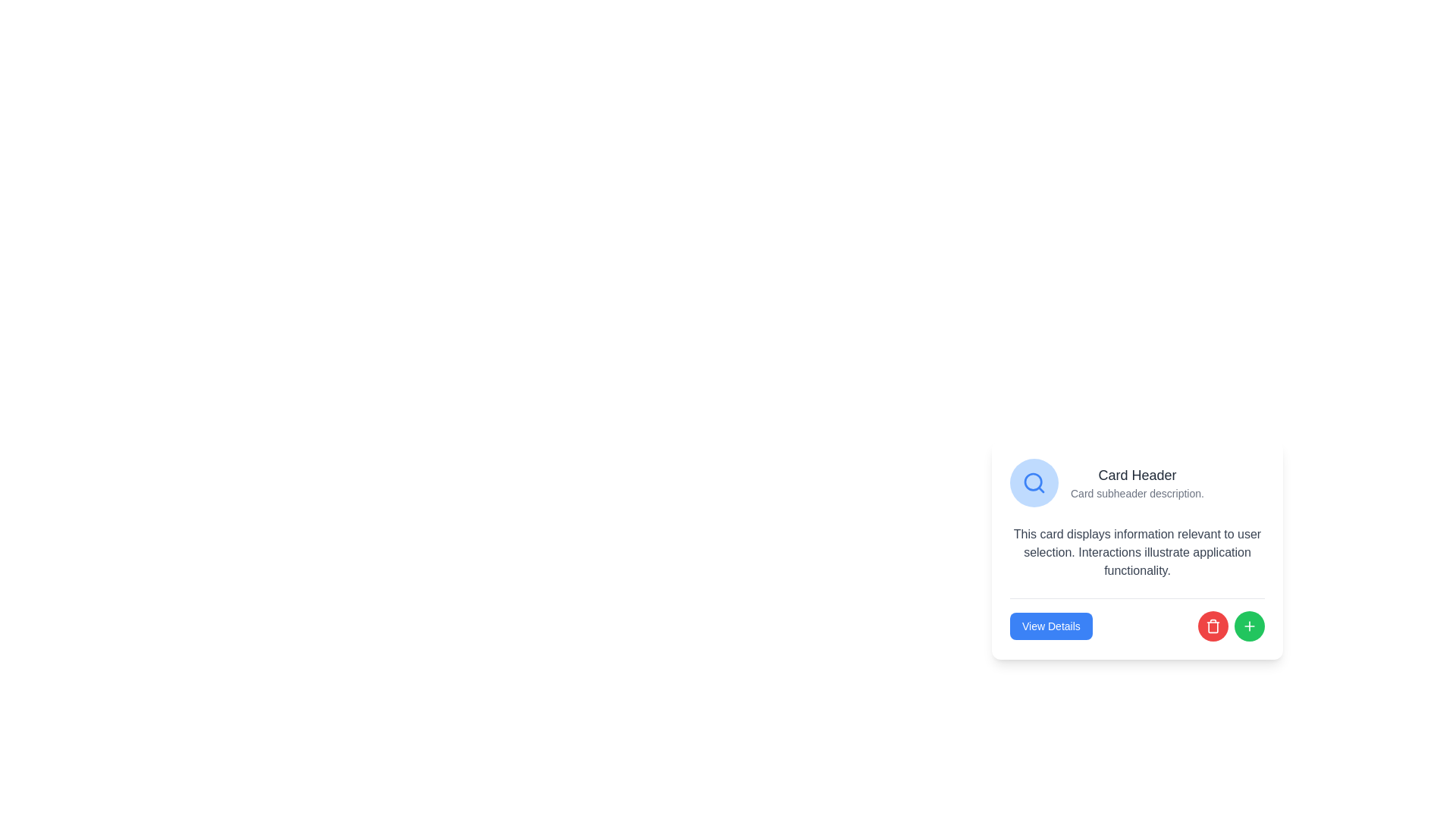 The image size is (1456, 819). Describe the element at coordinates (1033, 482) in the screenshot. I see `the Circular Icon Button with a soft blue background and a centered search icon for accessibility interactions` at that location.